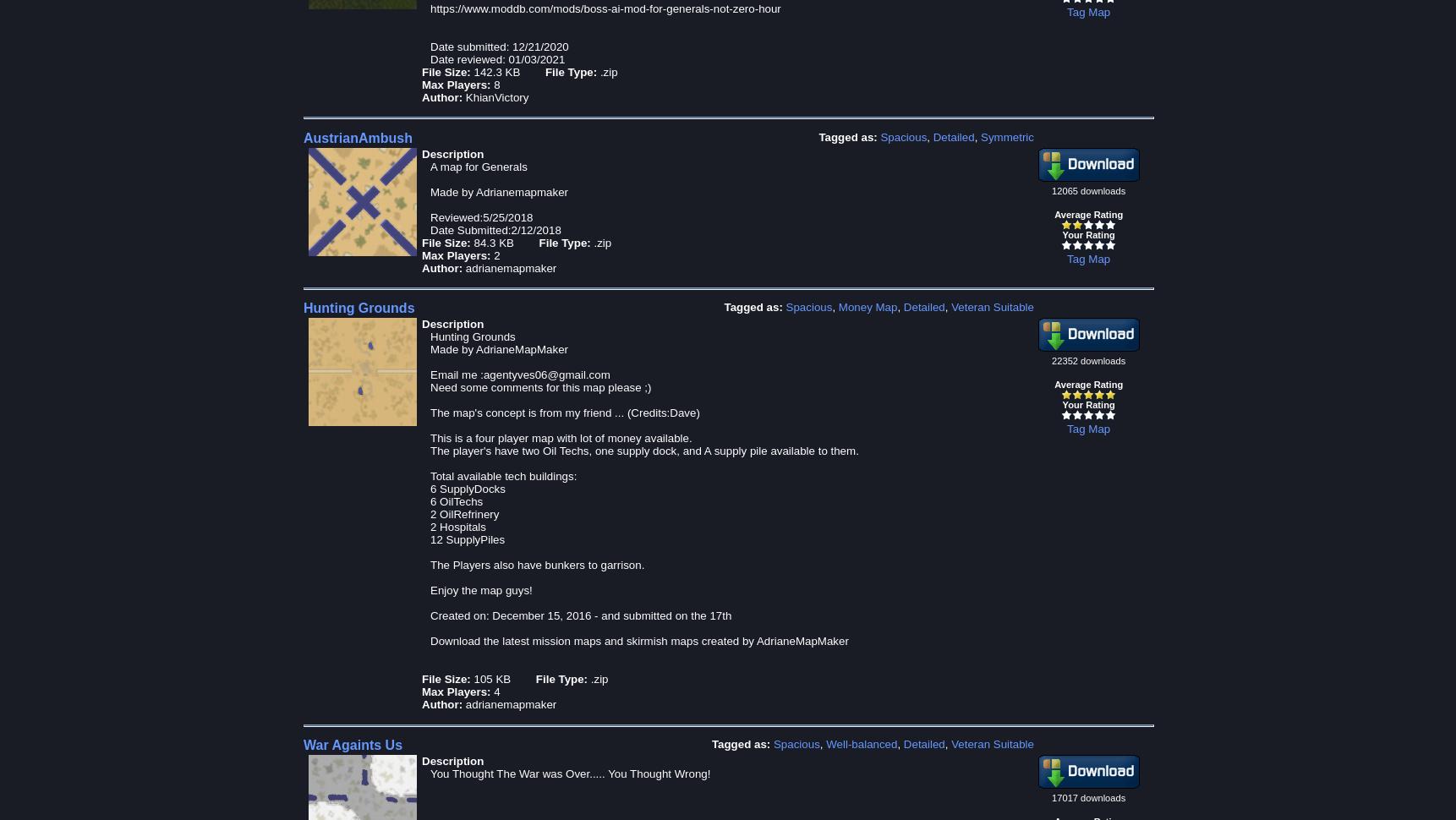 The image size is (1456, 820). Describe the element at coordinates (540, 386) in the screenshot. I see `'Need some comments for this map please ;)'` at that location.